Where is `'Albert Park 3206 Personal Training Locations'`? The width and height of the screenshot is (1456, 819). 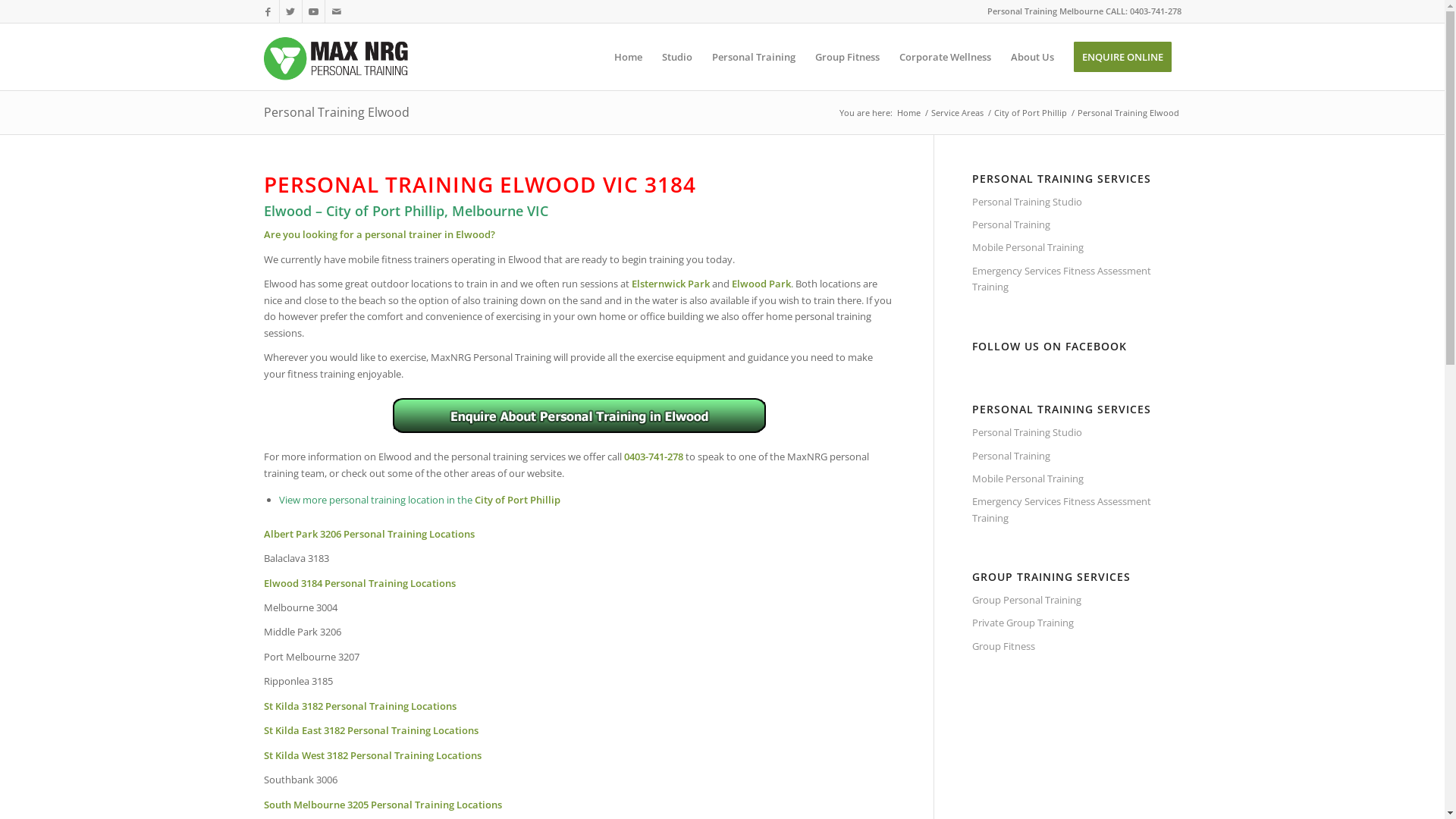 'Albert Park 3206 Personal Training Locations' is located at coordinates (369, 533).